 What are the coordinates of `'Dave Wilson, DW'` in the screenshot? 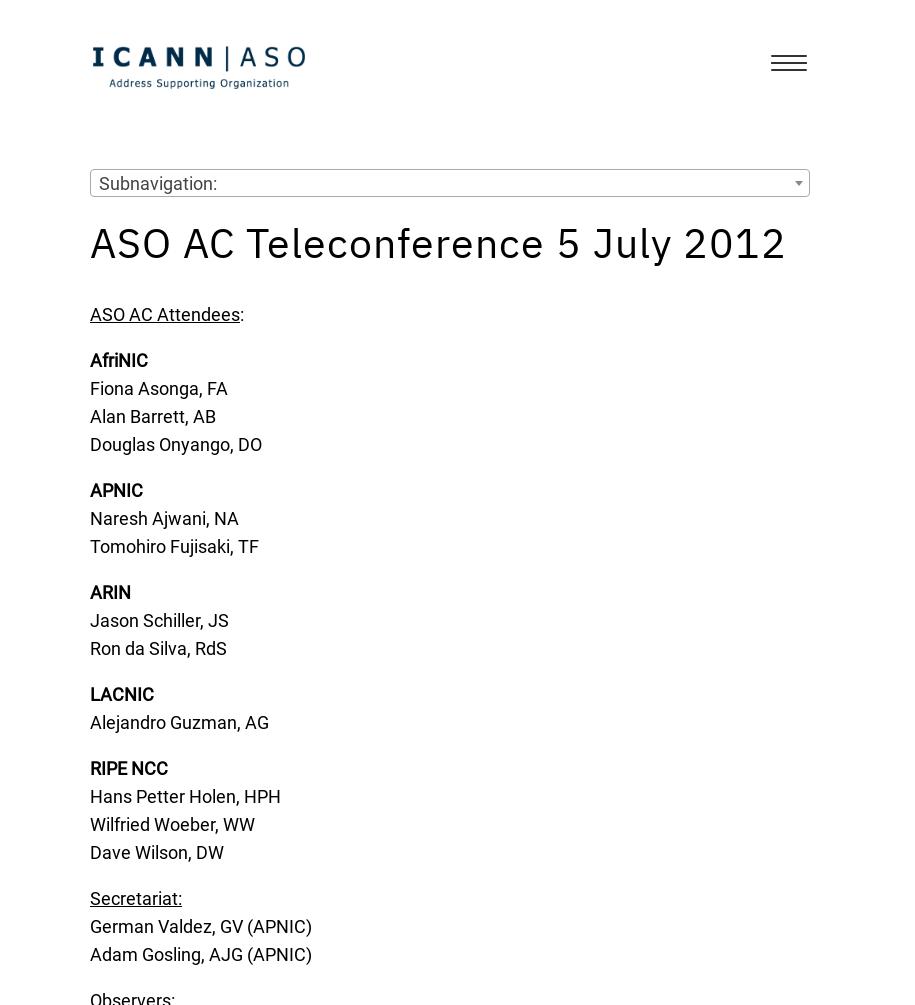 It's located at (156, 851).